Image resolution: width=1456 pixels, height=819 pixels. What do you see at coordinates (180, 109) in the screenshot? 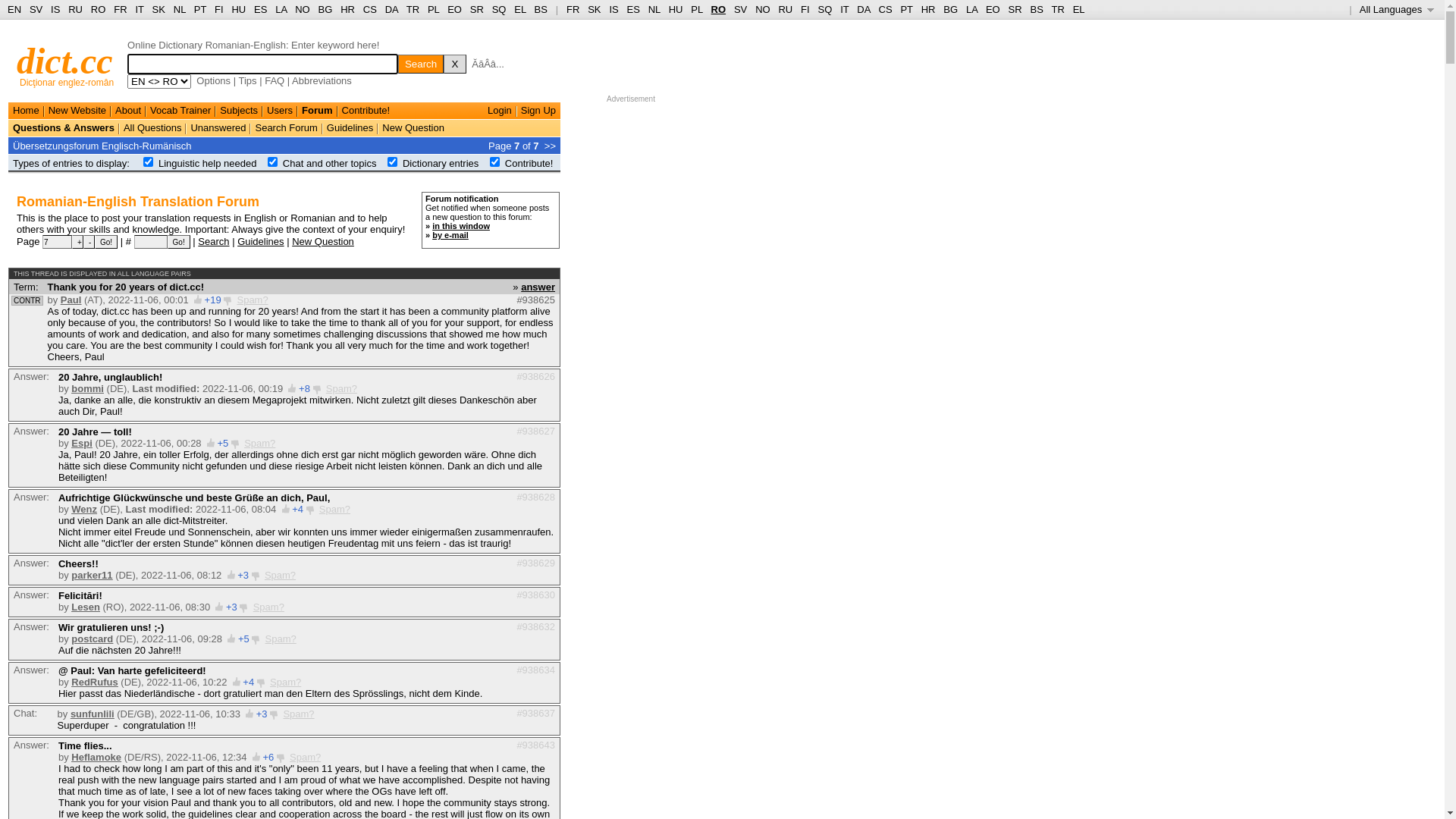
I see `'Vocab Trainer'` at bounding box center [180, 109].